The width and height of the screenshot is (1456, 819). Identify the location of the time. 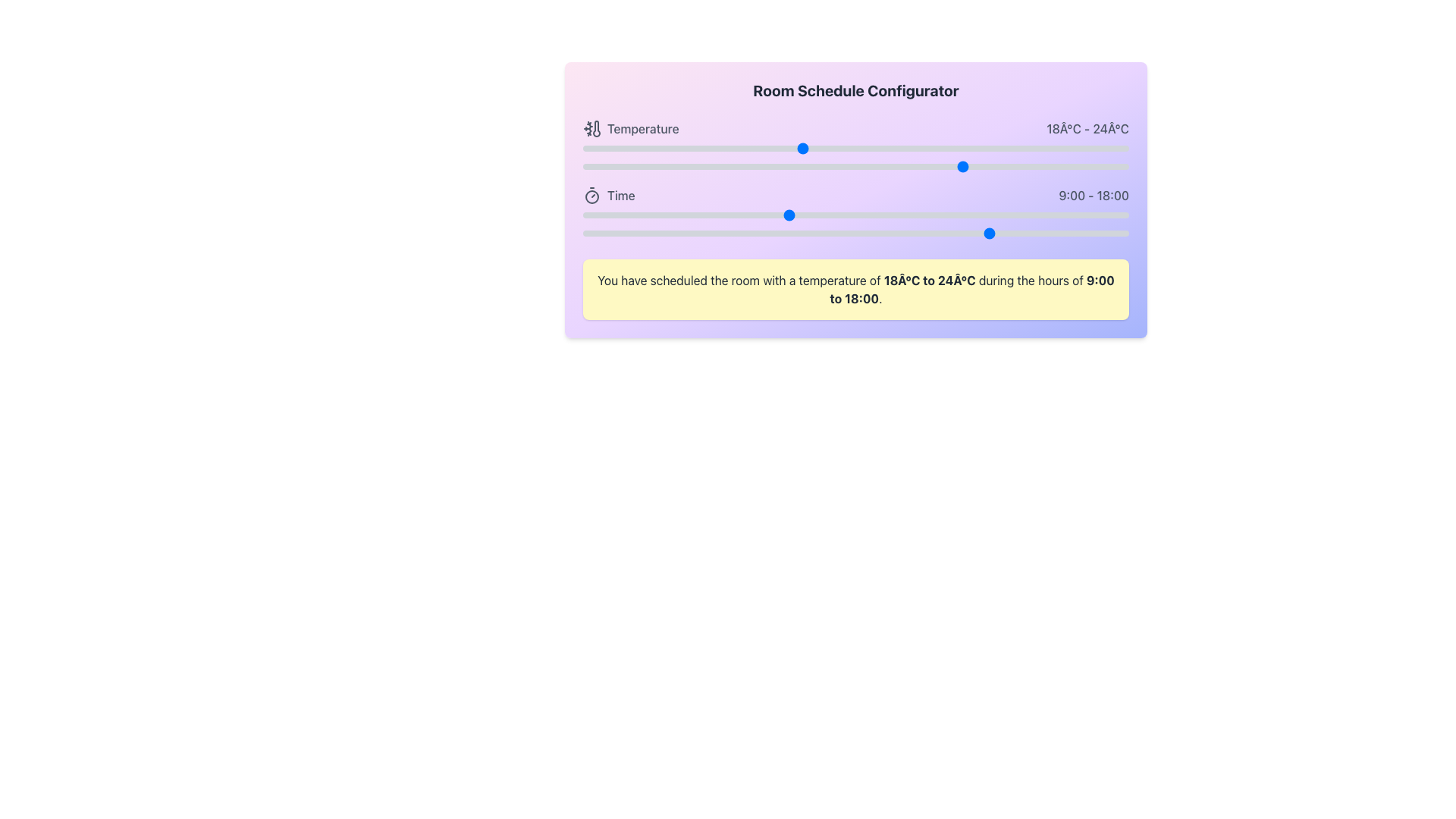
(968, 215).